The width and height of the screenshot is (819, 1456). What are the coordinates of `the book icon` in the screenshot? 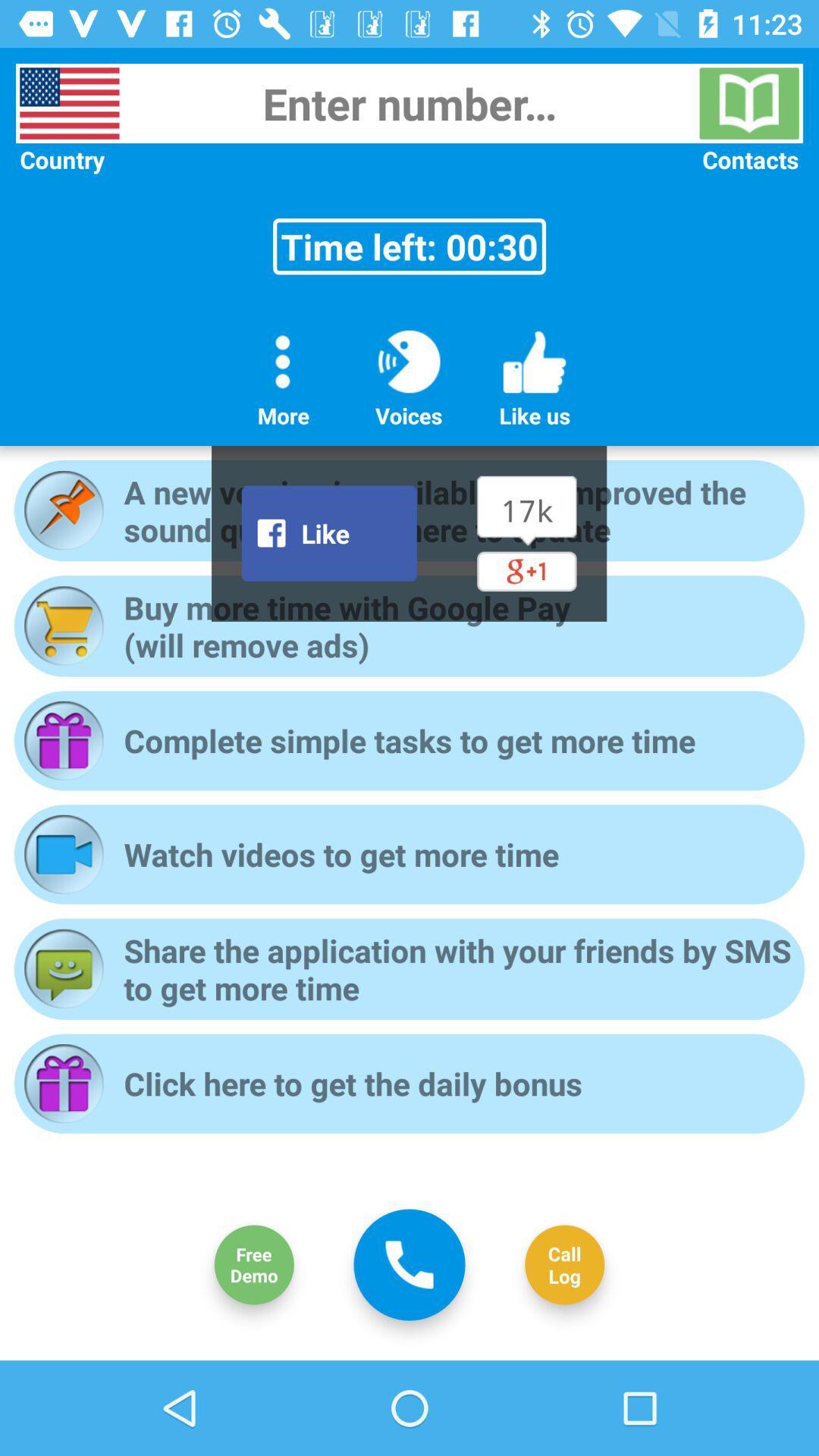 It's located at (748, 102).